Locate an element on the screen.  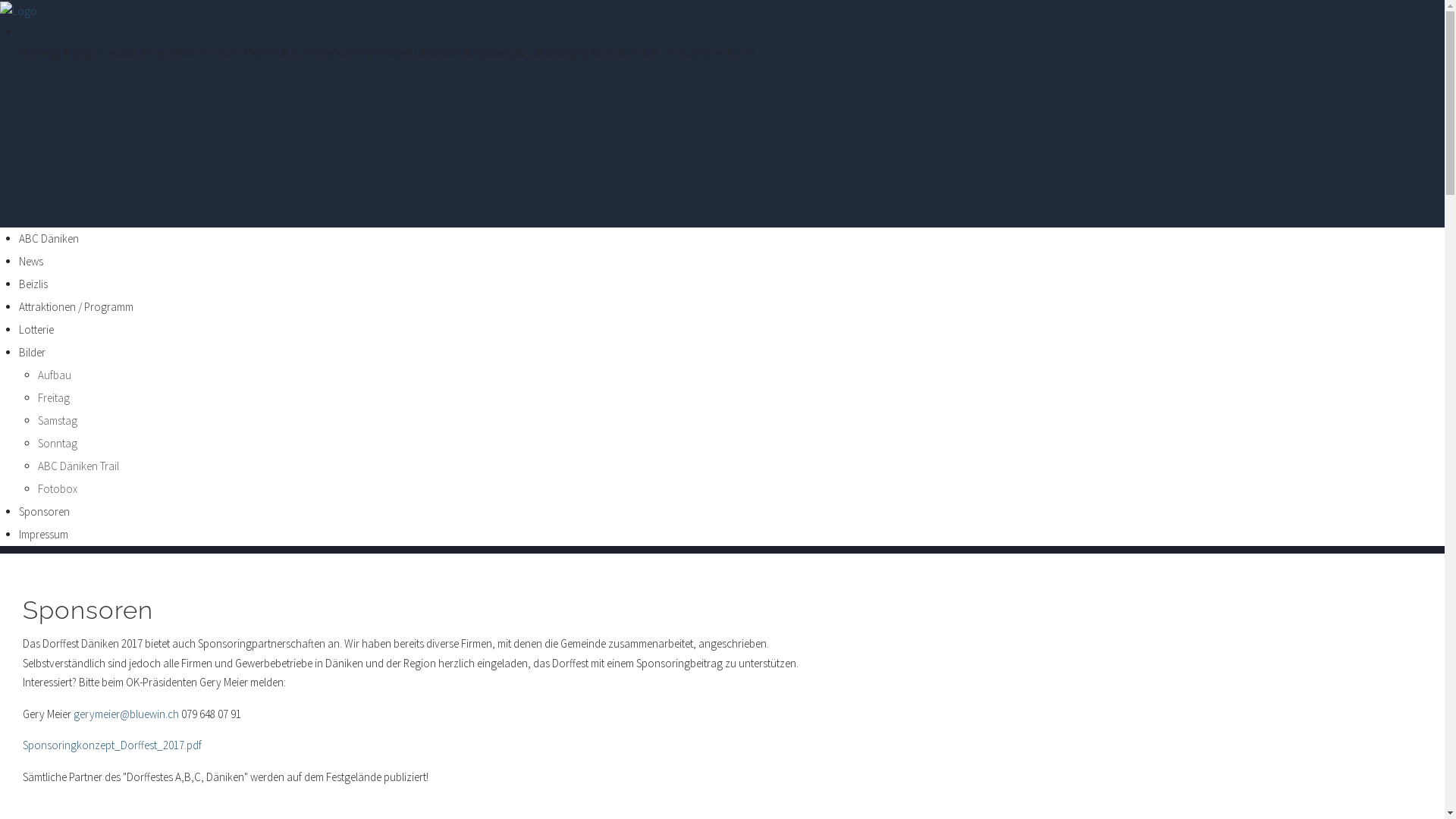
'Impressum' is located at coordinates (18, 533).